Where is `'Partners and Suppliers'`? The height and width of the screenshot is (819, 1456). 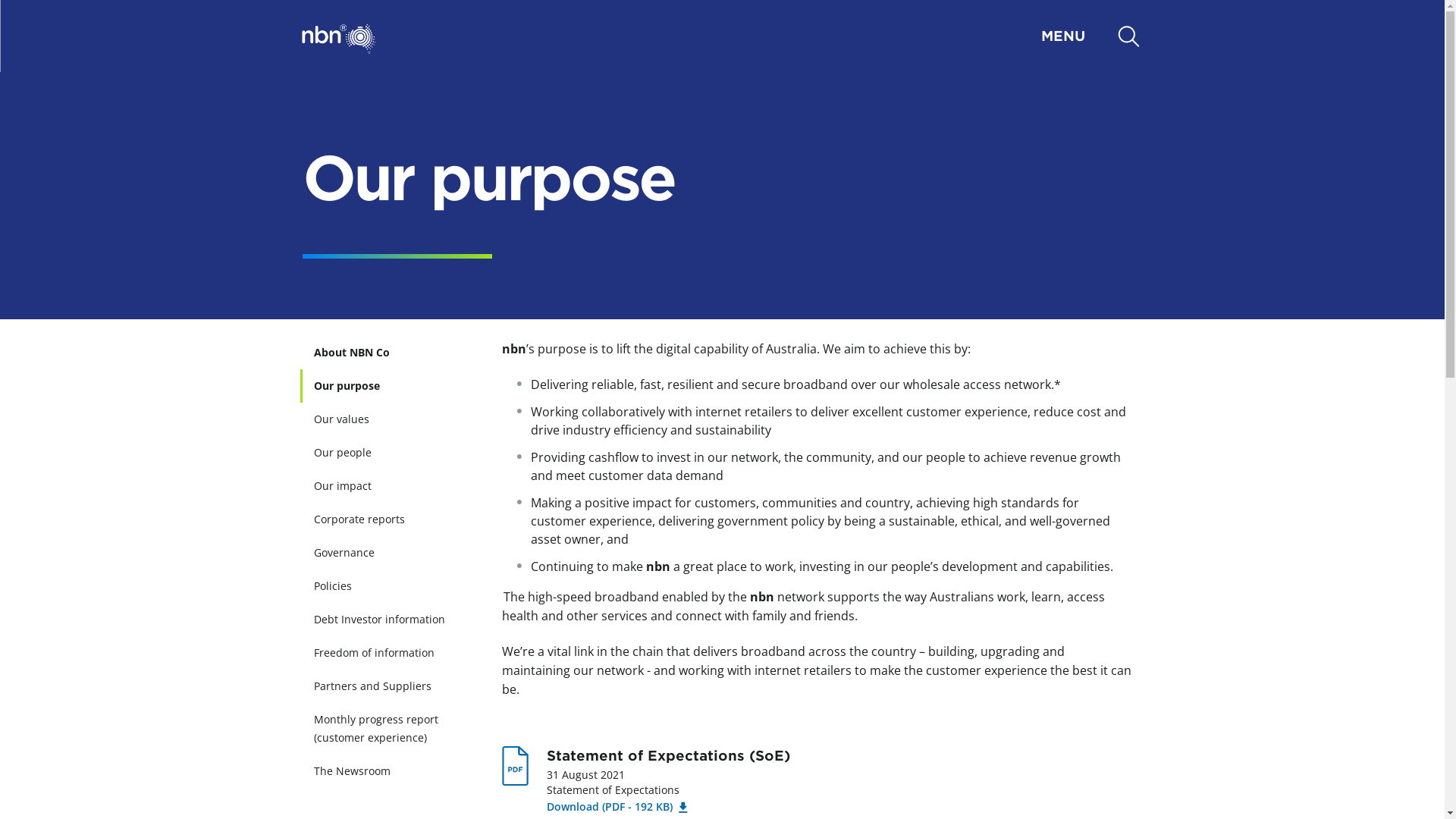
'Partners and Suppliers' is located at coordinates (388, 686).